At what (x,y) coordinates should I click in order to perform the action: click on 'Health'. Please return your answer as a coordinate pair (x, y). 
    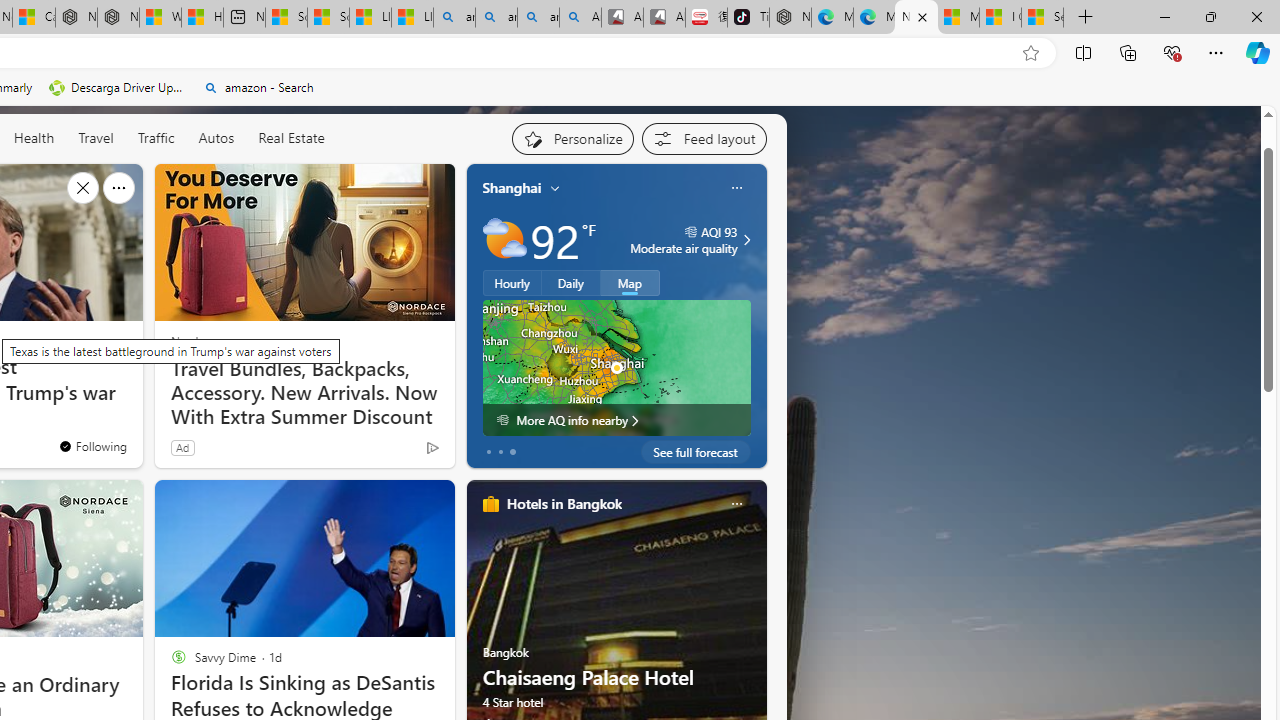
    Looking at the image, I should click on (34, 136).